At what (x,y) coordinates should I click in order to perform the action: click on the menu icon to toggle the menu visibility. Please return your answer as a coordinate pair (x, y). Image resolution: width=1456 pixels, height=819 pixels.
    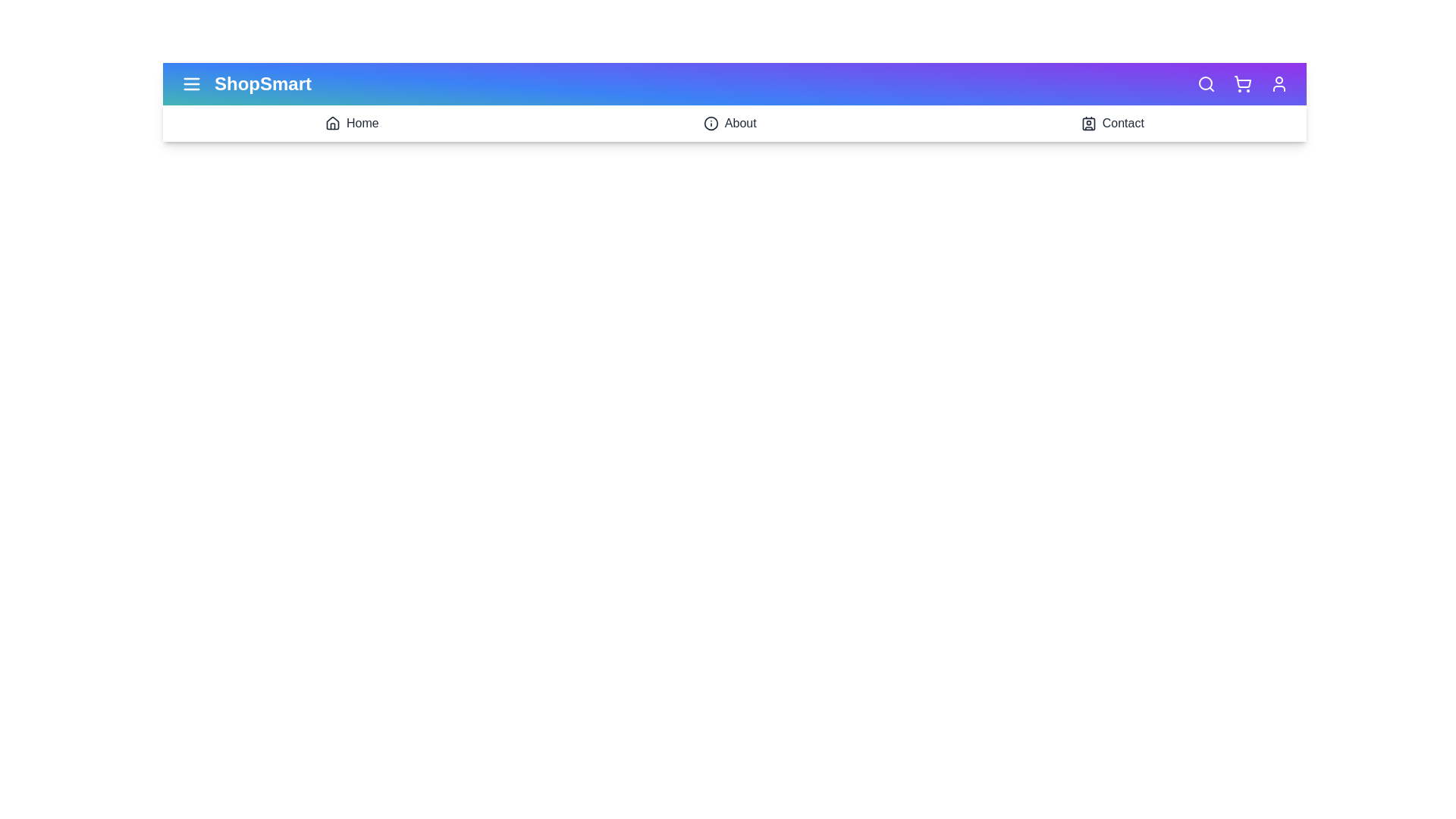
    Looking at the image, I should click on (191, 84).